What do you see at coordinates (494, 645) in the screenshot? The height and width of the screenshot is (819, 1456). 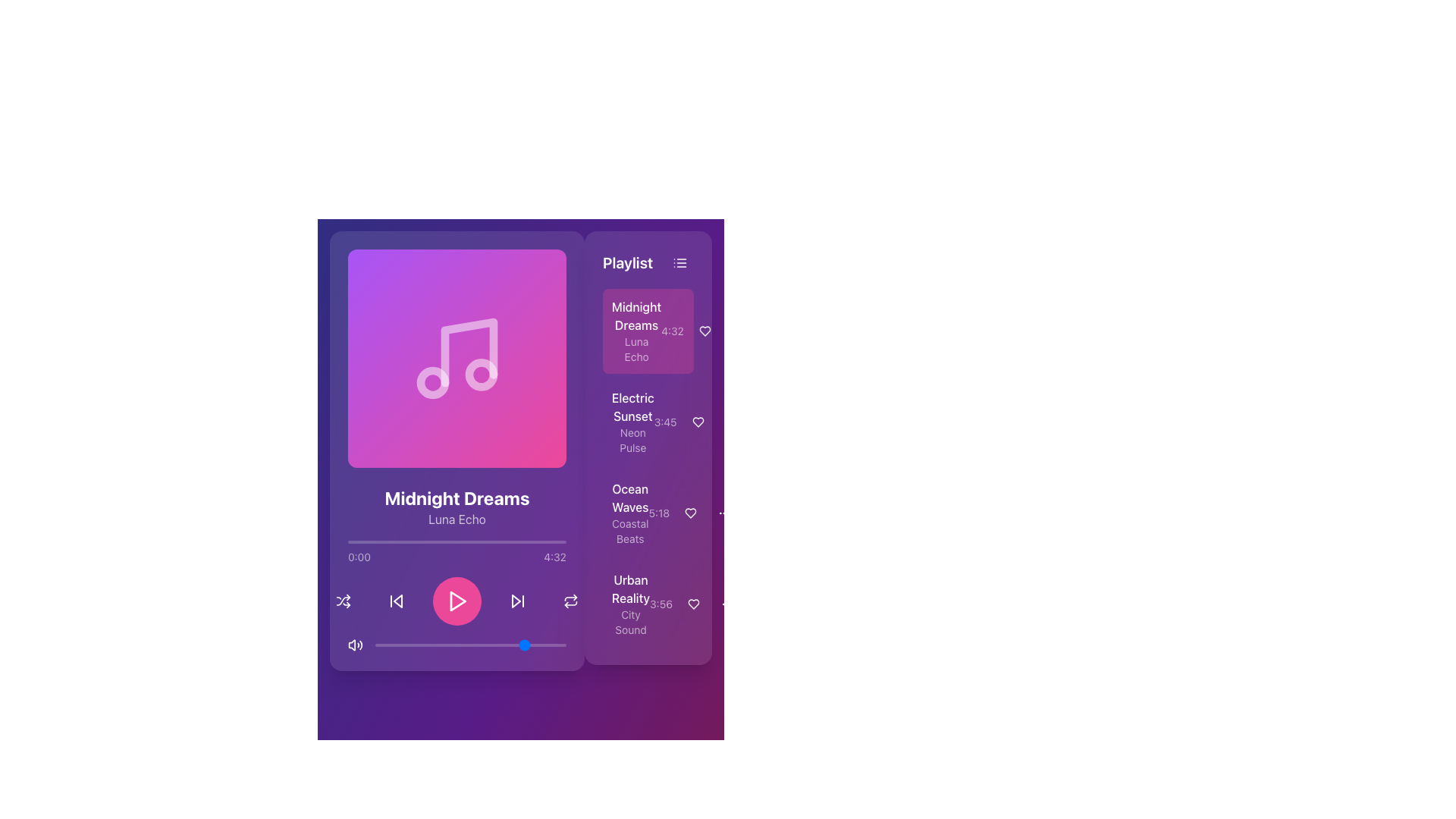 I see `the slider` at bounding box center [494, 645].